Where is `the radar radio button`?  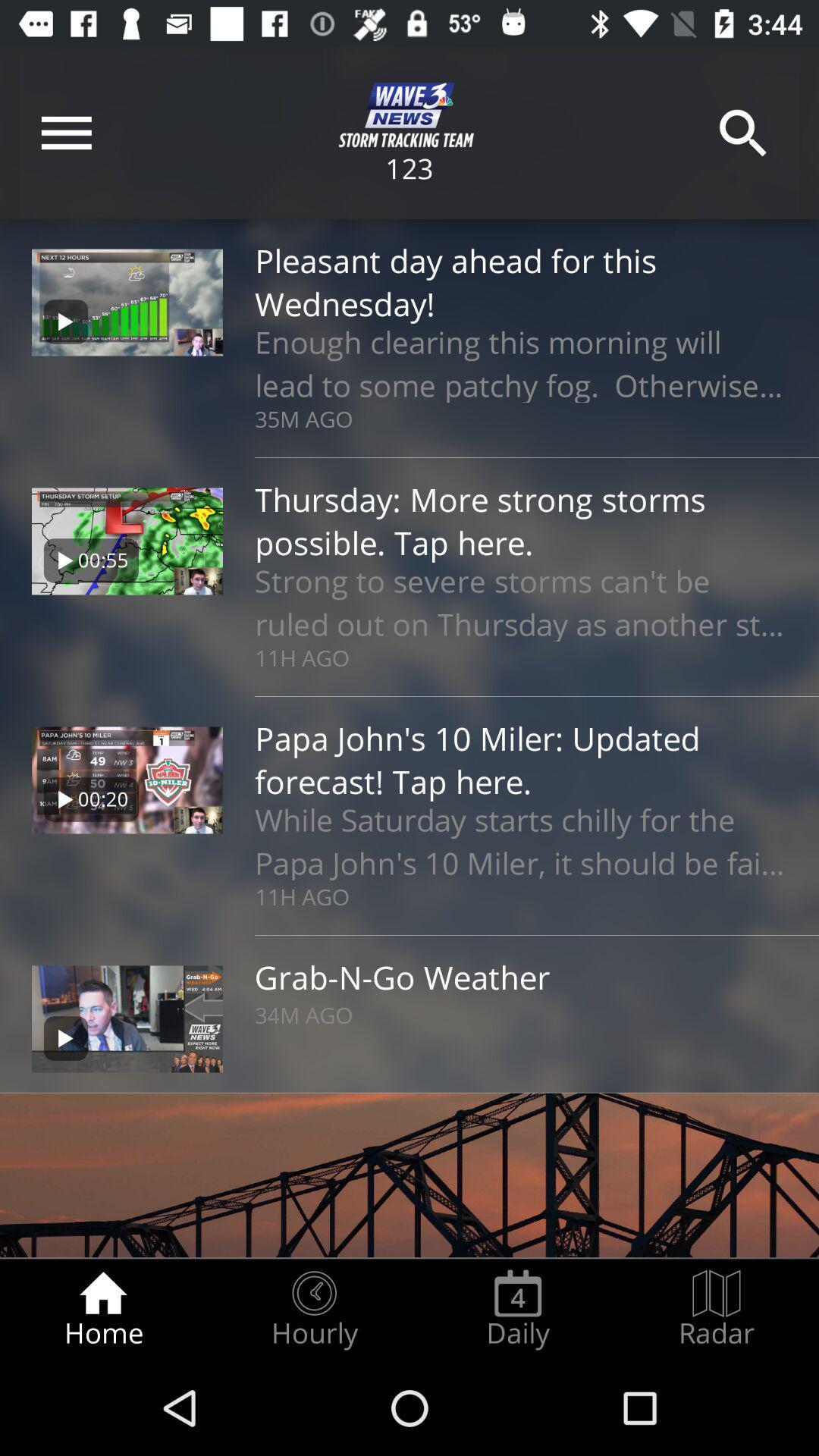
the radar radio button is located at coordinates (717, 1309).